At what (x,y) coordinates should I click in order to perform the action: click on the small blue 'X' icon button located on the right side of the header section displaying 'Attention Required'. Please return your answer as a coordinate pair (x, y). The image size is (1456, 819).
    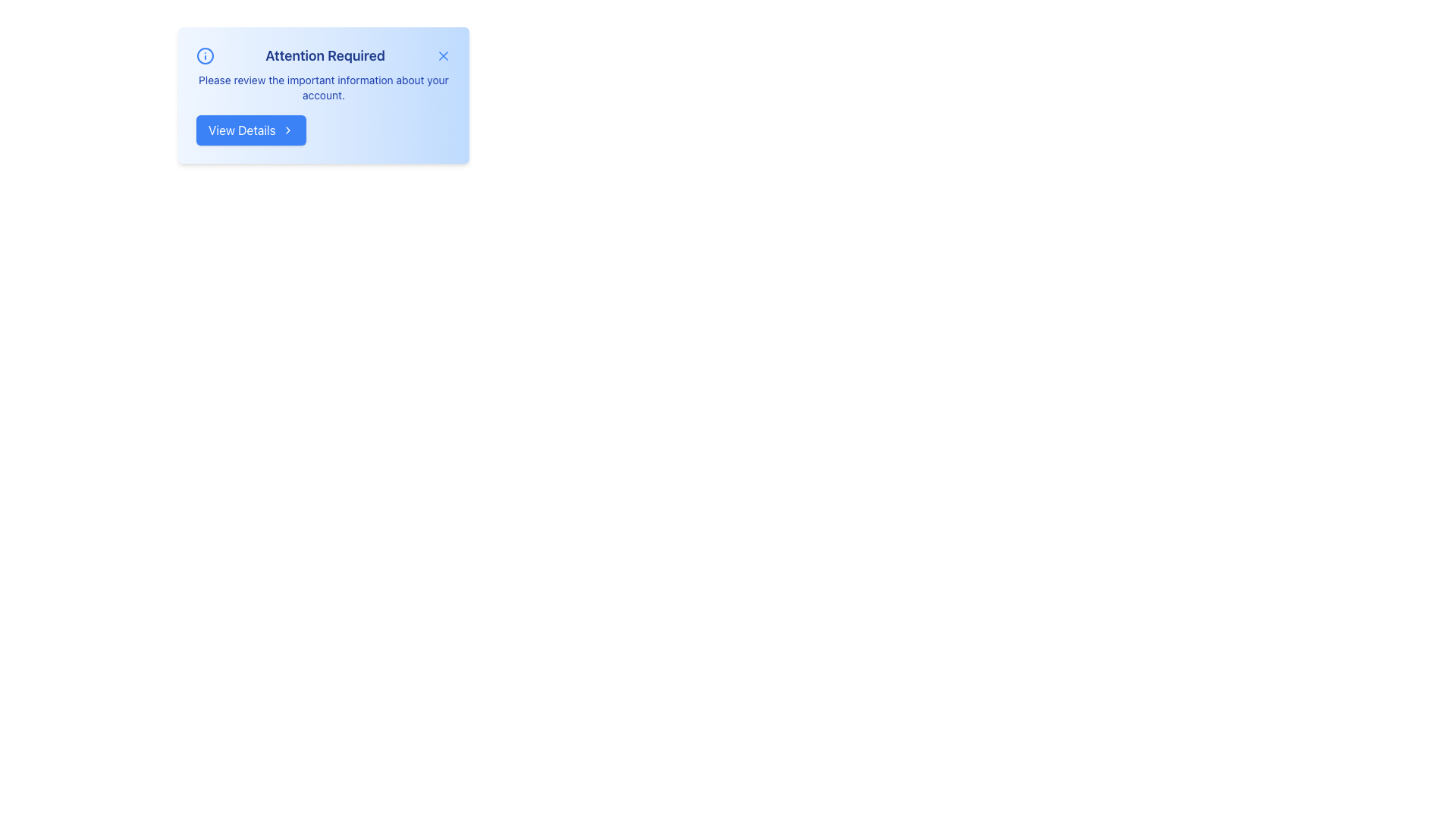
    Looking at the image, I should click on (443, 55).